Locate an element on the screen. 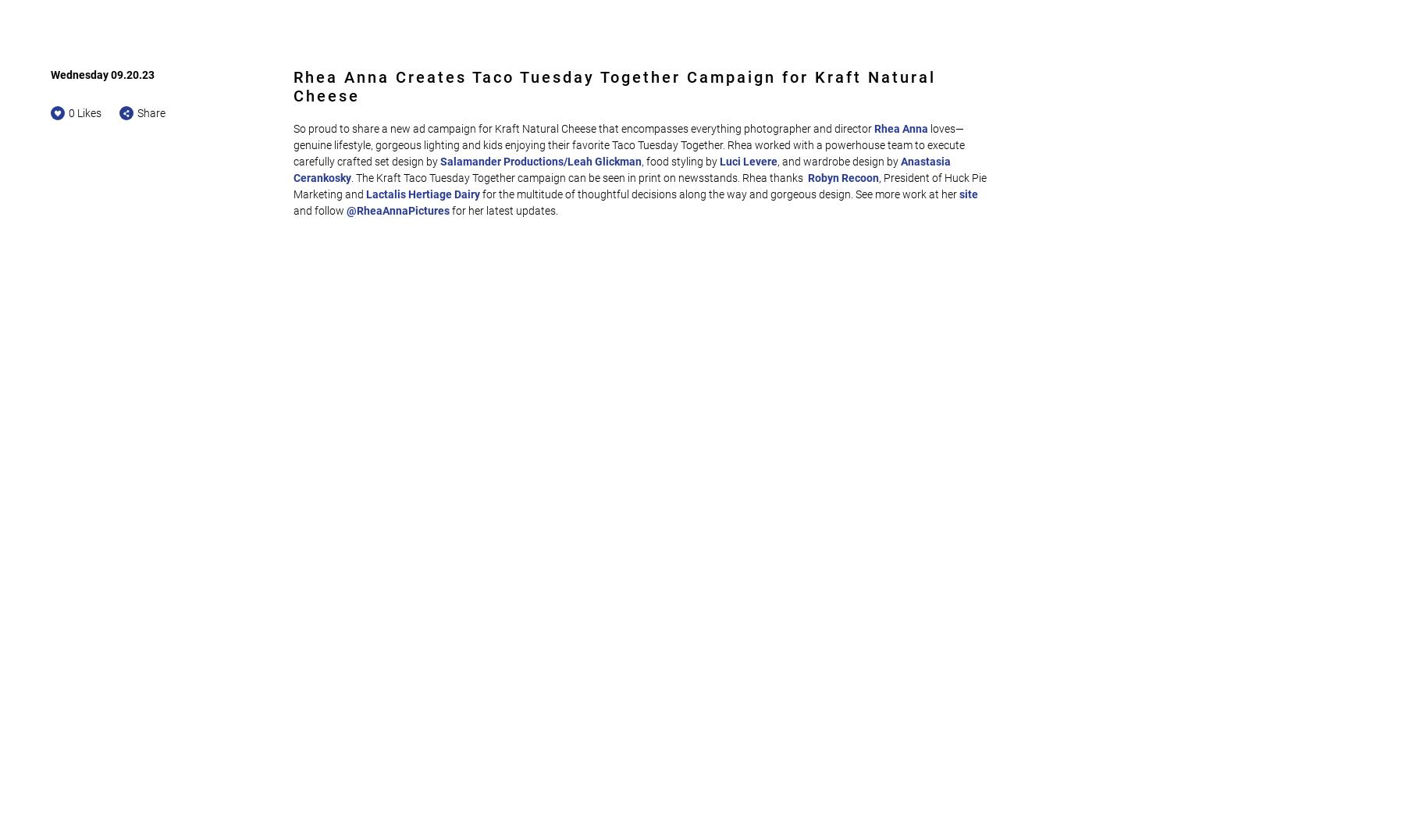 Image resolution: width=1409 pixels, height=840 pixels. 'for her latest updates.' is located at coordinates (503, 210).